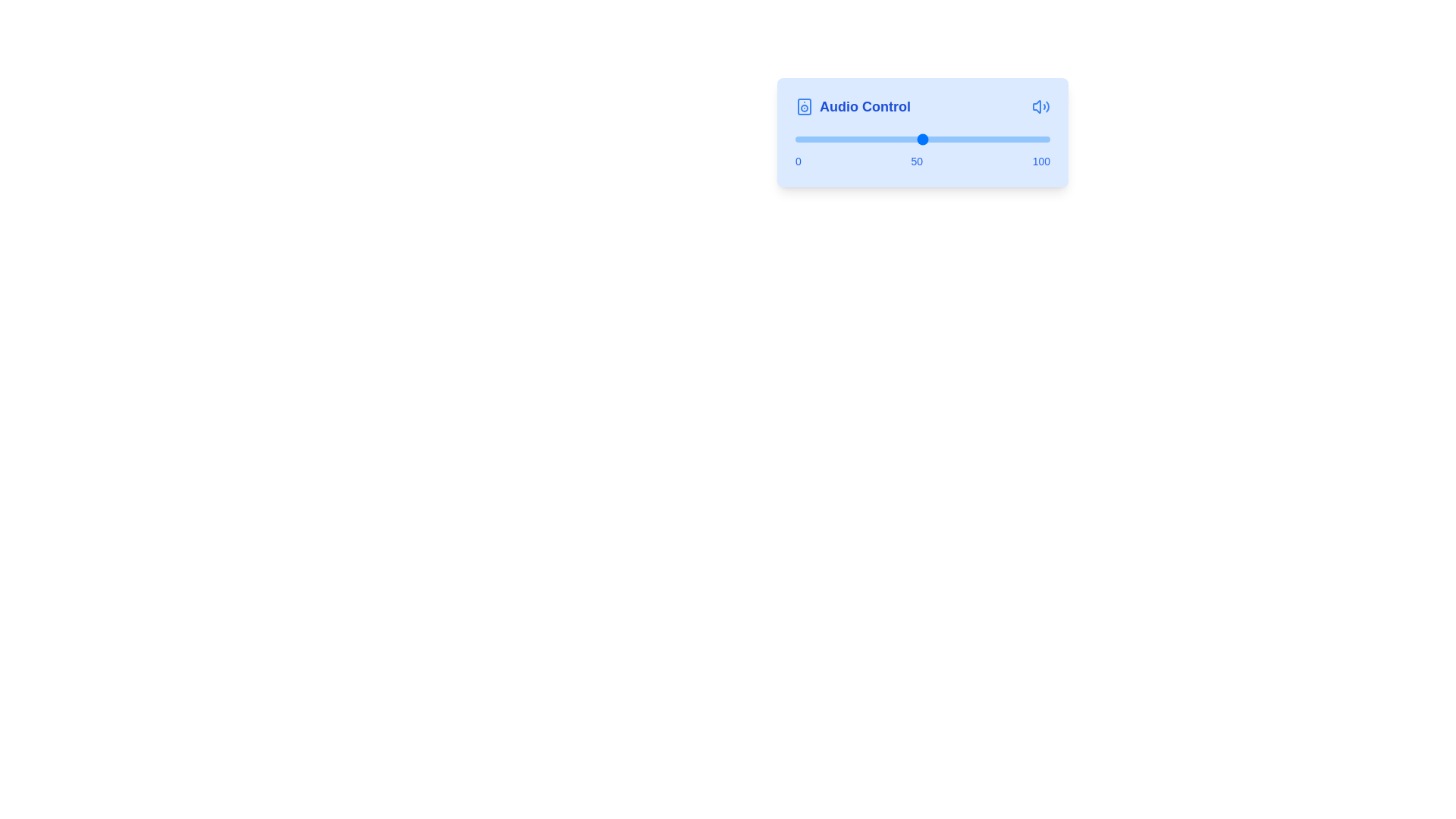  I want to click on the volume, so click(856, 140).